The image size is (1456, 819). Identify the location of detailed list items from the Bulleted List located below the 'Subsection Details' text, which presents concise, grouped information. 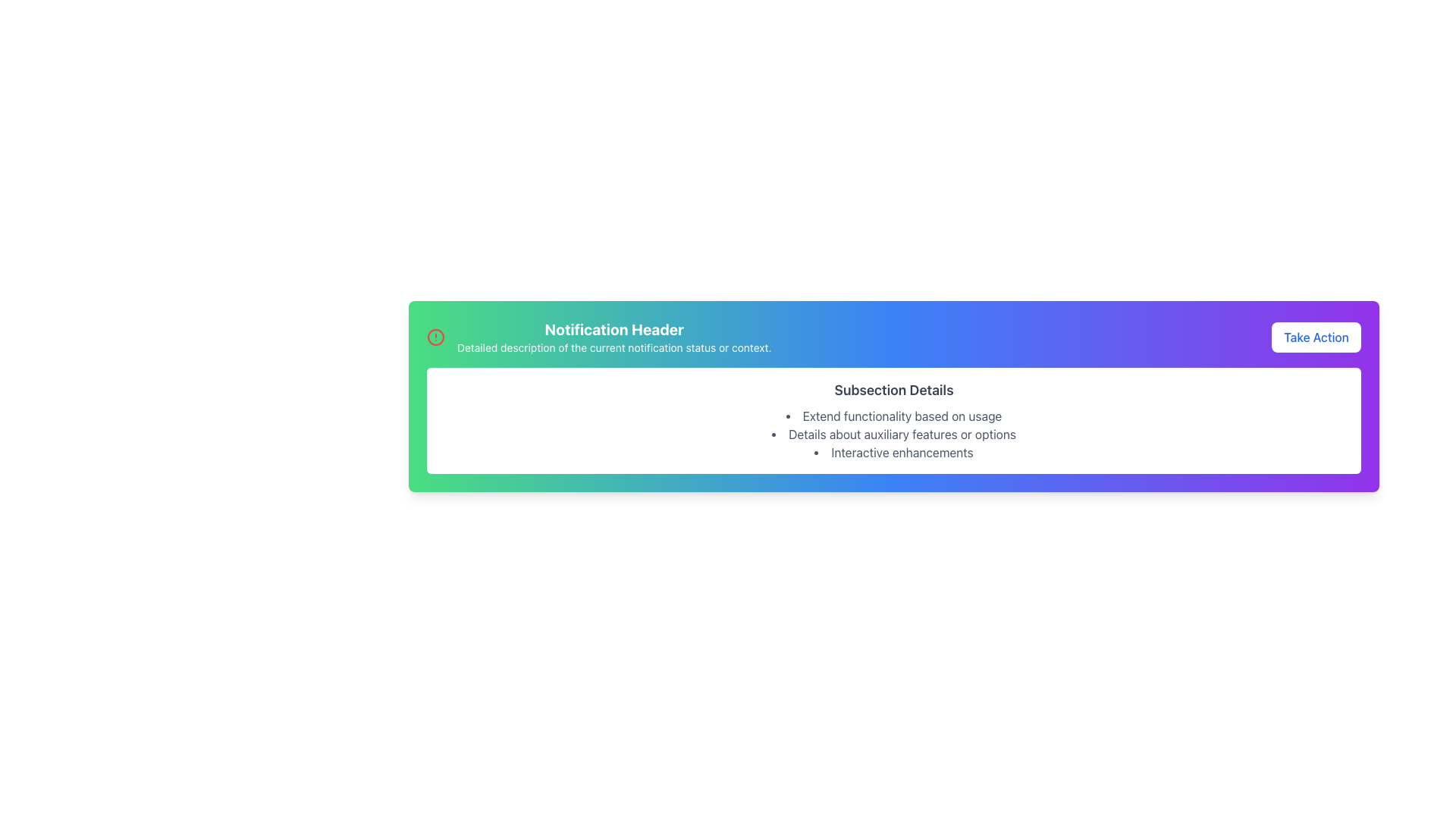
(894, 435).